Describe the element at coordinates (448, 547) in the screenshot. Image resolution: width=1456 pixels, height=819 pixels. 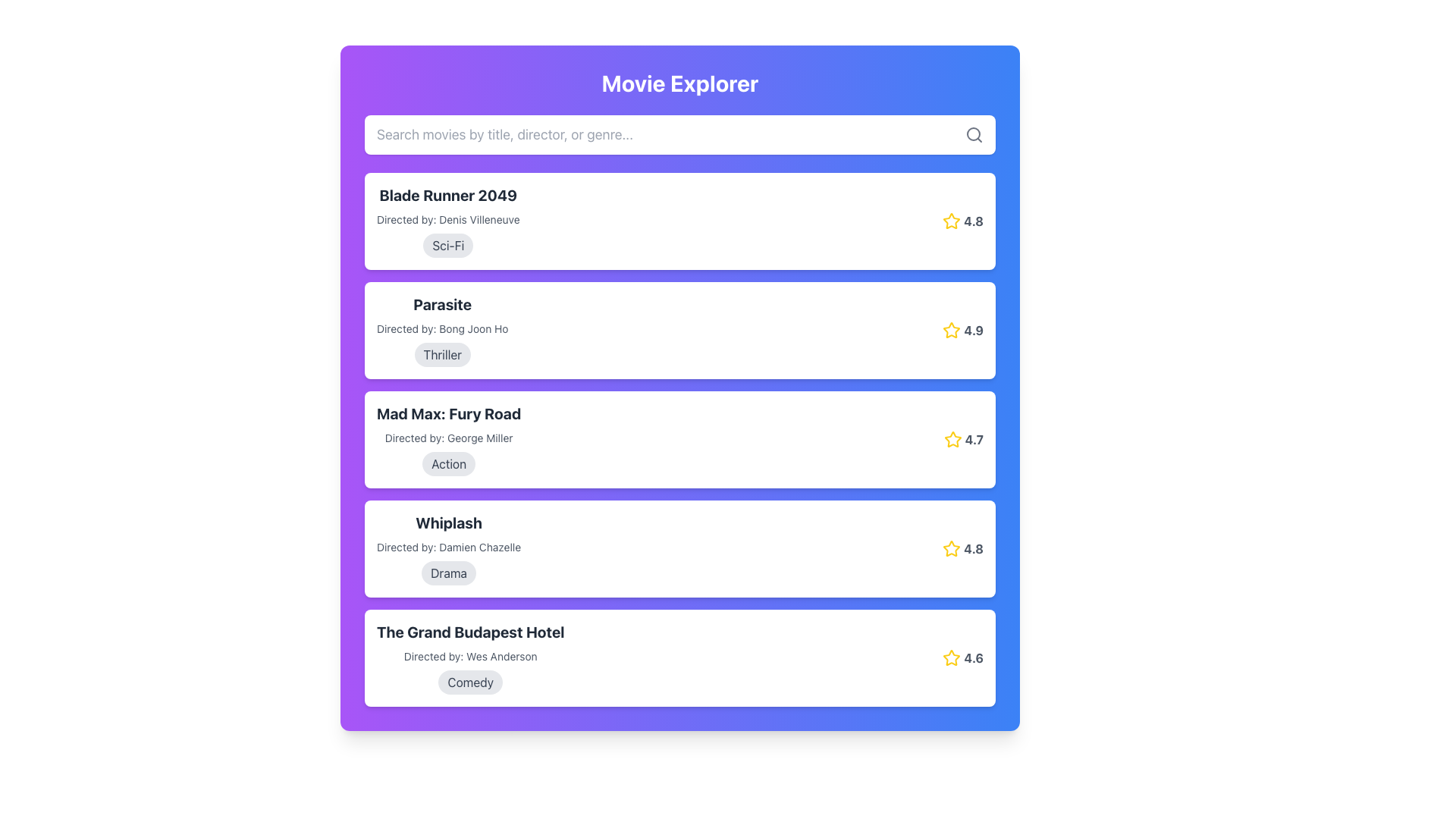
I see `the static text label that provides information about the director of the movie 'Whiplash', positioned below the movie title and above the tag labeled 'Drama'` at that location.